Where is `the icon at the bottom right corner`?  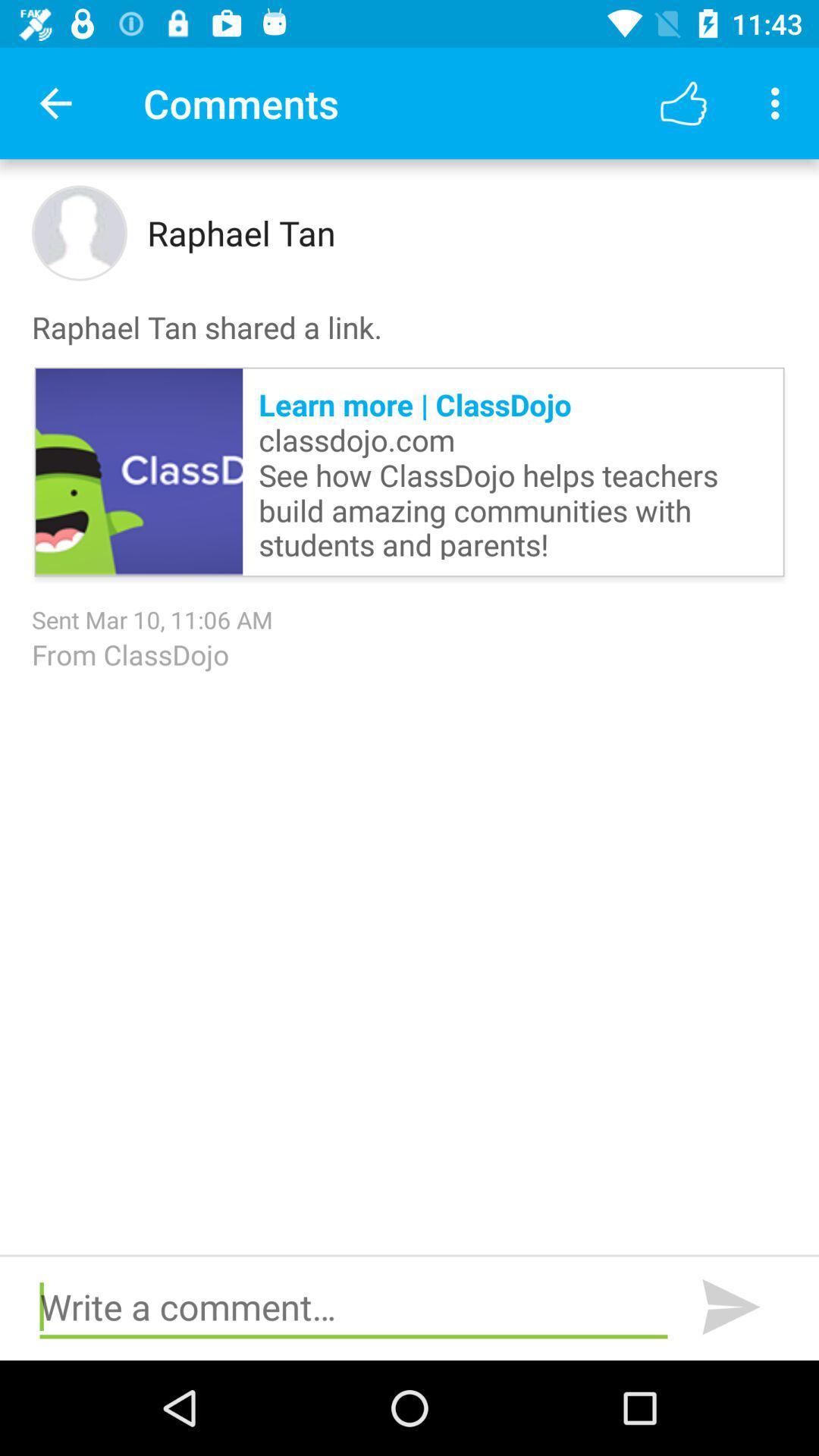
the icon at the bottom right corner is located at coordinates (730, 1307).